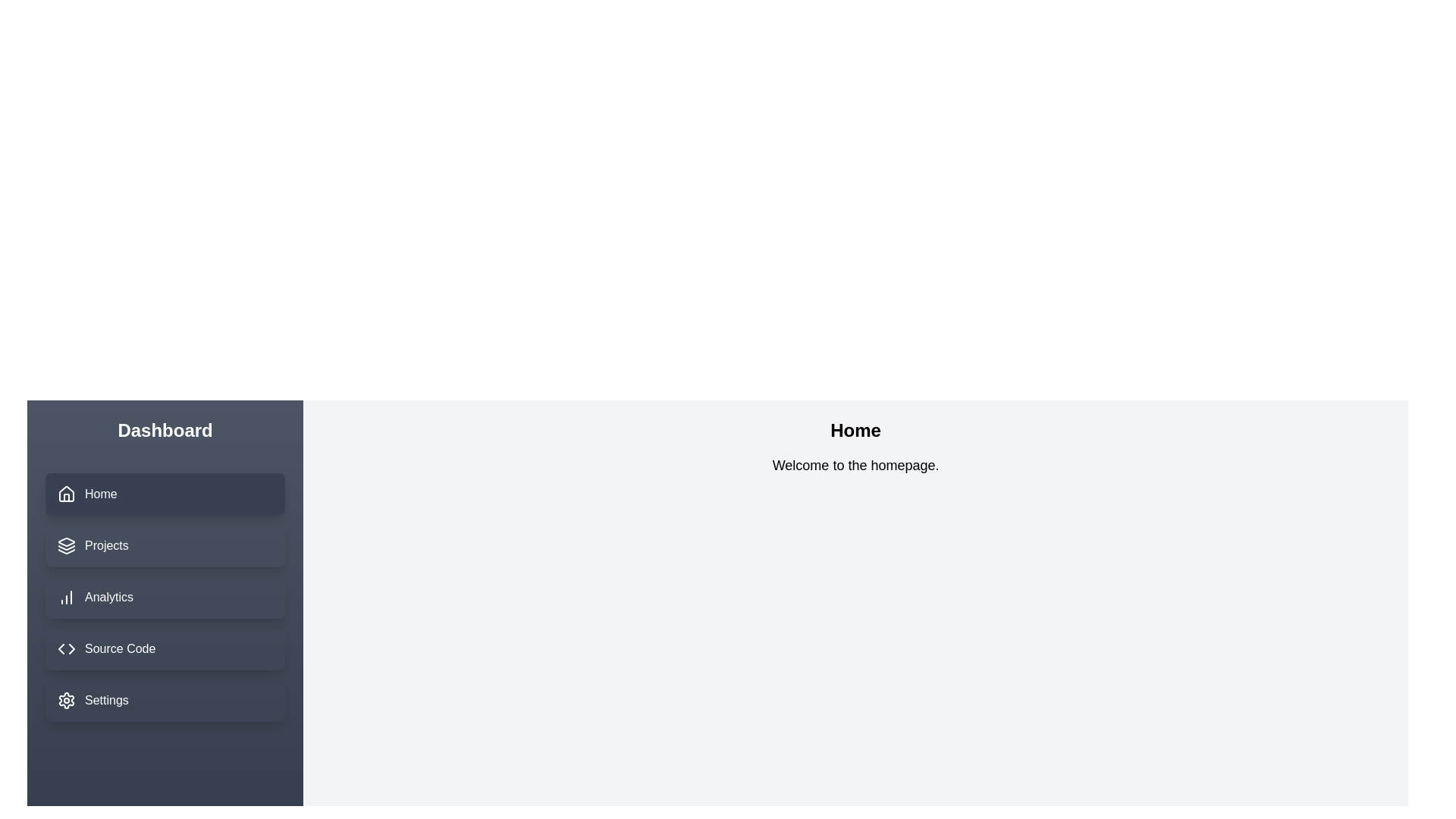 The height and width of the screenshot is (819, 1456). I want to click on the Text Label in the navigation menu that indicates access to settings or configuration options, so click(105, 701).